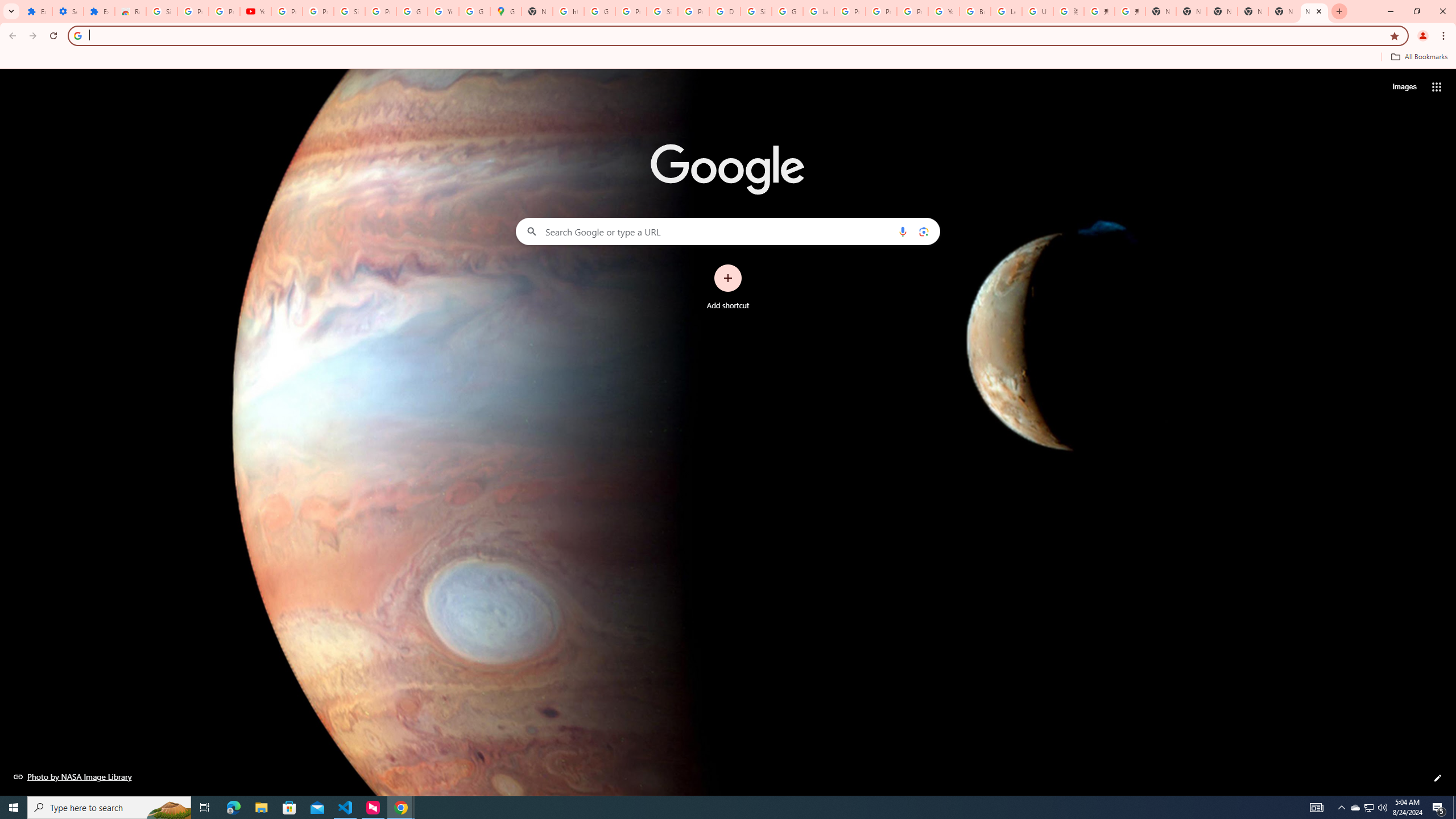 Image resolution: width=1456 pixels, height=819 pixels. I want to click on 'Extensions', so click(99, 11).